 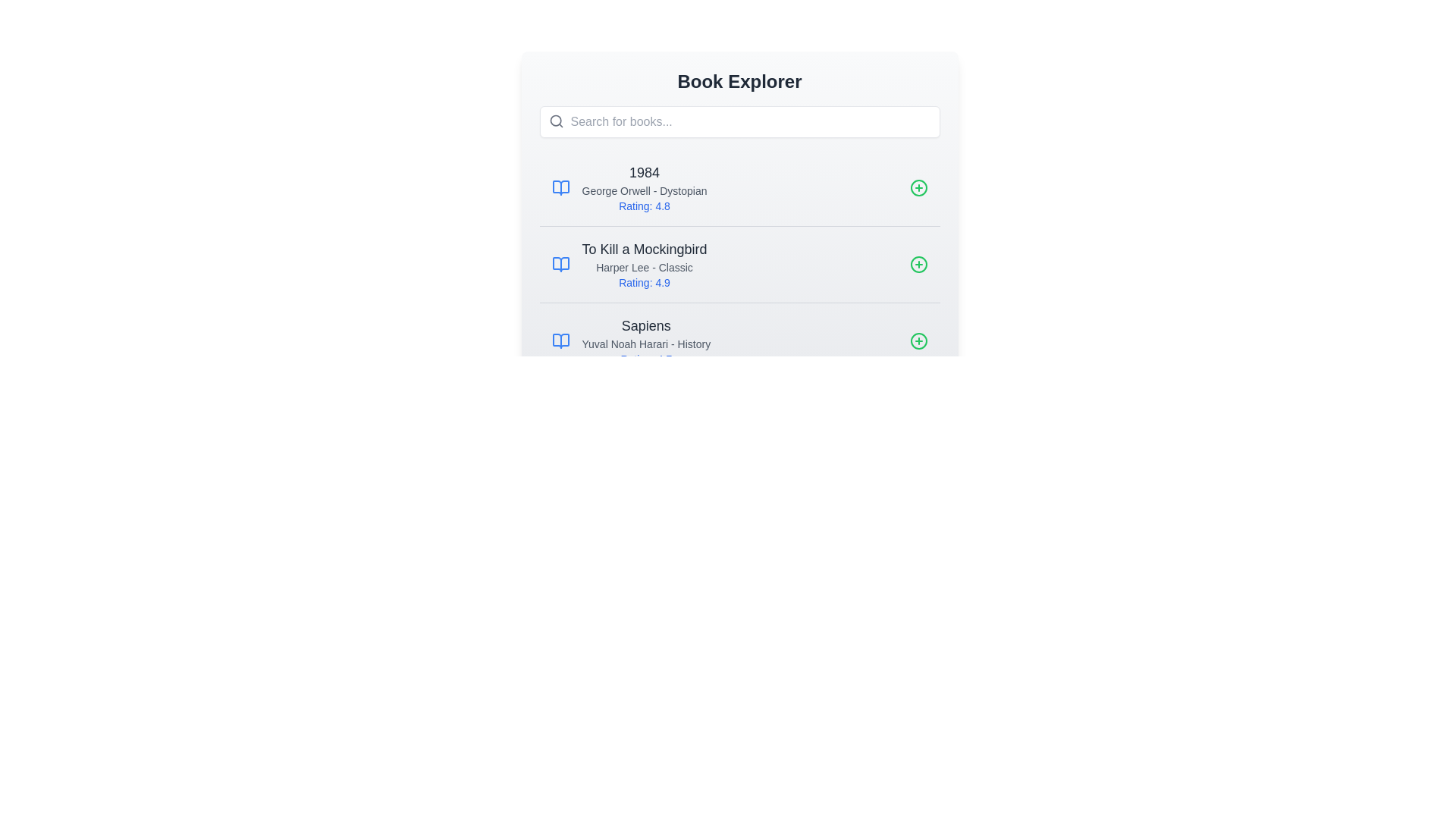 What do you see at coordinates (644, 263) in the screenshot?
I see `the Text Display Block displaying the book summary for 'To Kill a Mockingbird' by Harper Lee, which includes a rating of '4.9' in blue` at bounding box center [644, 263].